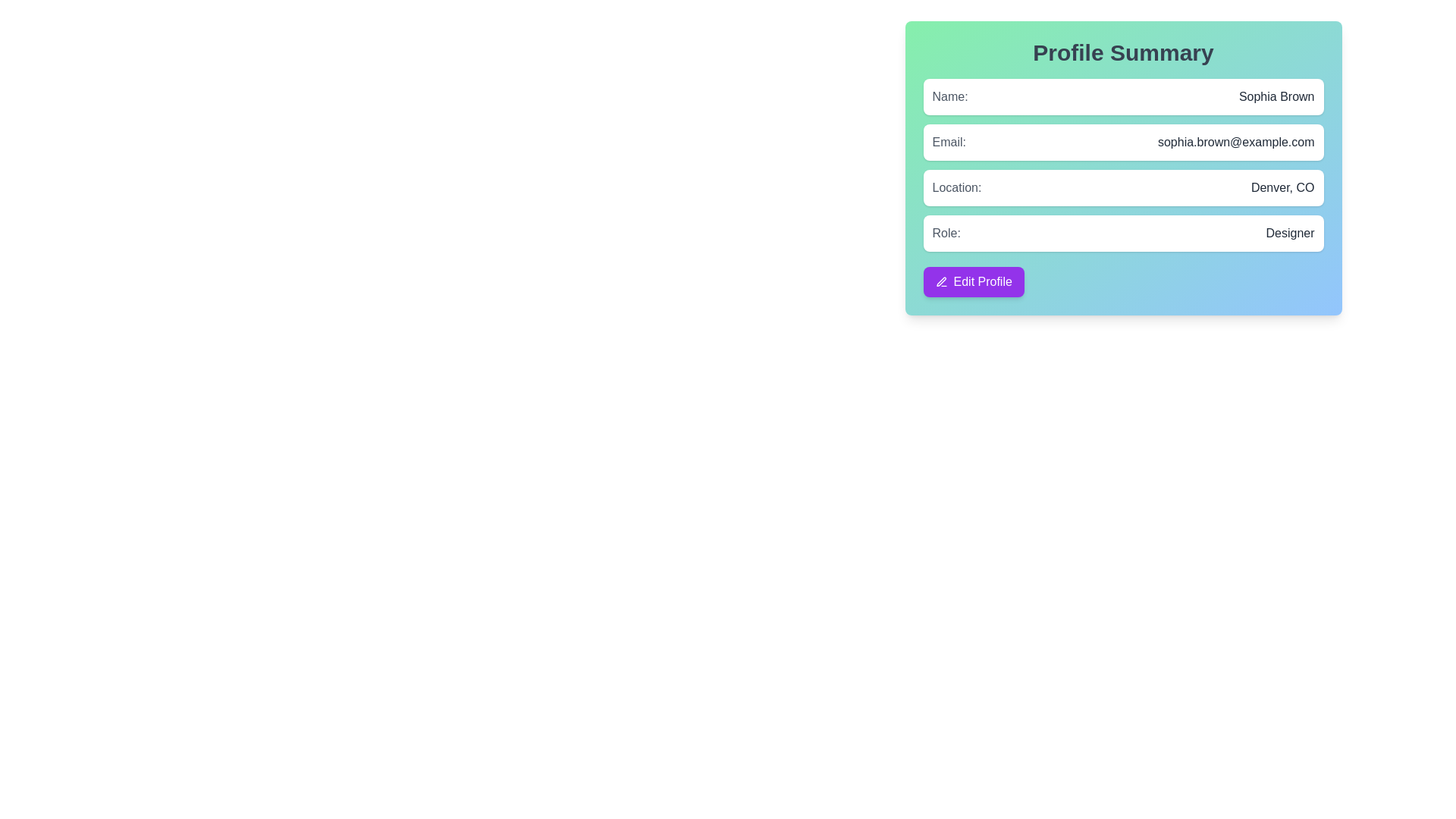  Describe the element at coordinates (956, 187) in the screenshot. I see `the 'Location' label in the 'Profile Summary' panel, which indicates the purpose of the accompanying data ('Denver, CO')` at that location.